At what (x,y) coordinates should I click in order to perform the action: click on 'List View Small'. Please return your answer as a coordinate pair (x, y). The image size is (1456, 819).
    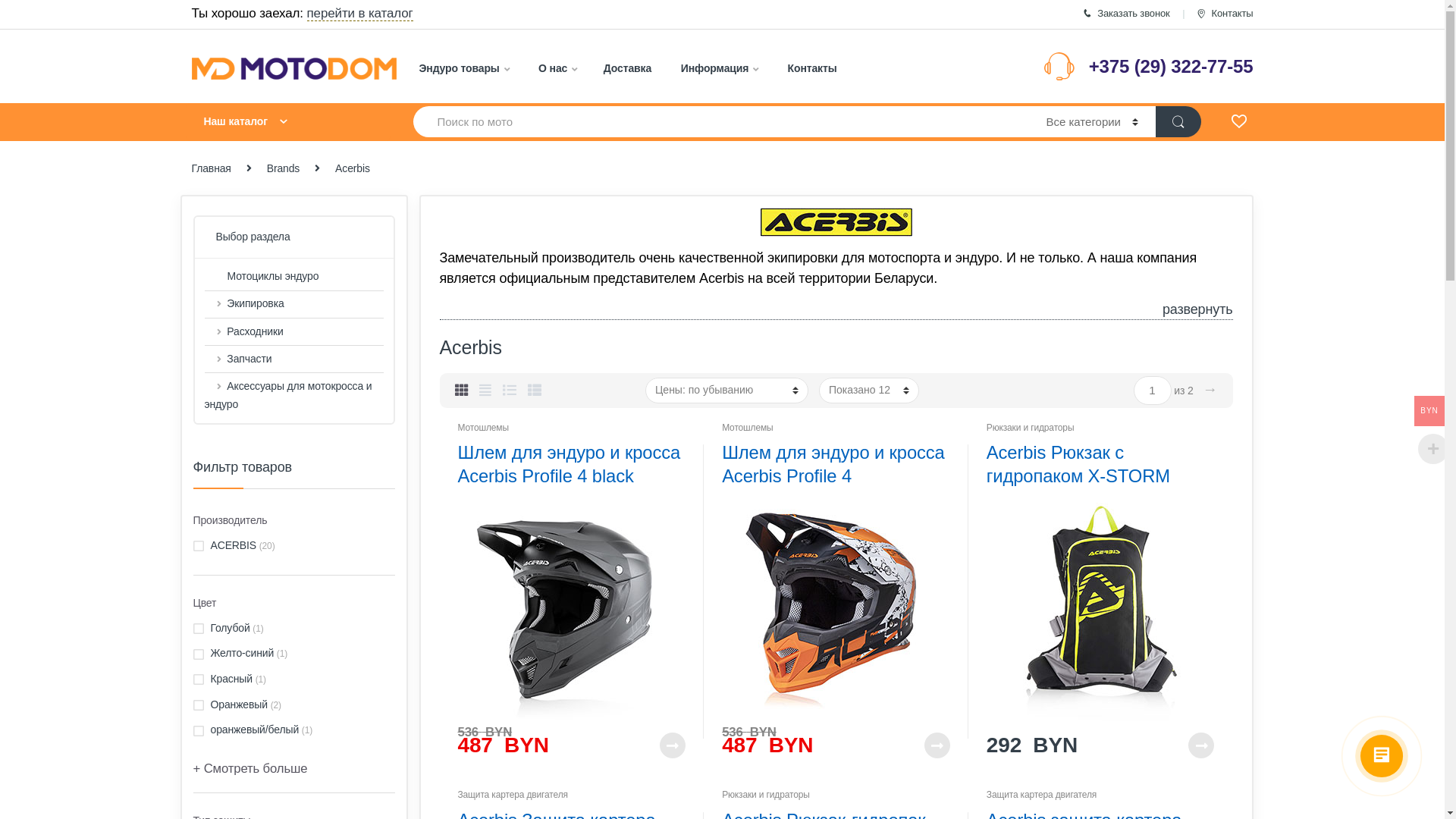
    Looking at the image, I should click on (535, 390).